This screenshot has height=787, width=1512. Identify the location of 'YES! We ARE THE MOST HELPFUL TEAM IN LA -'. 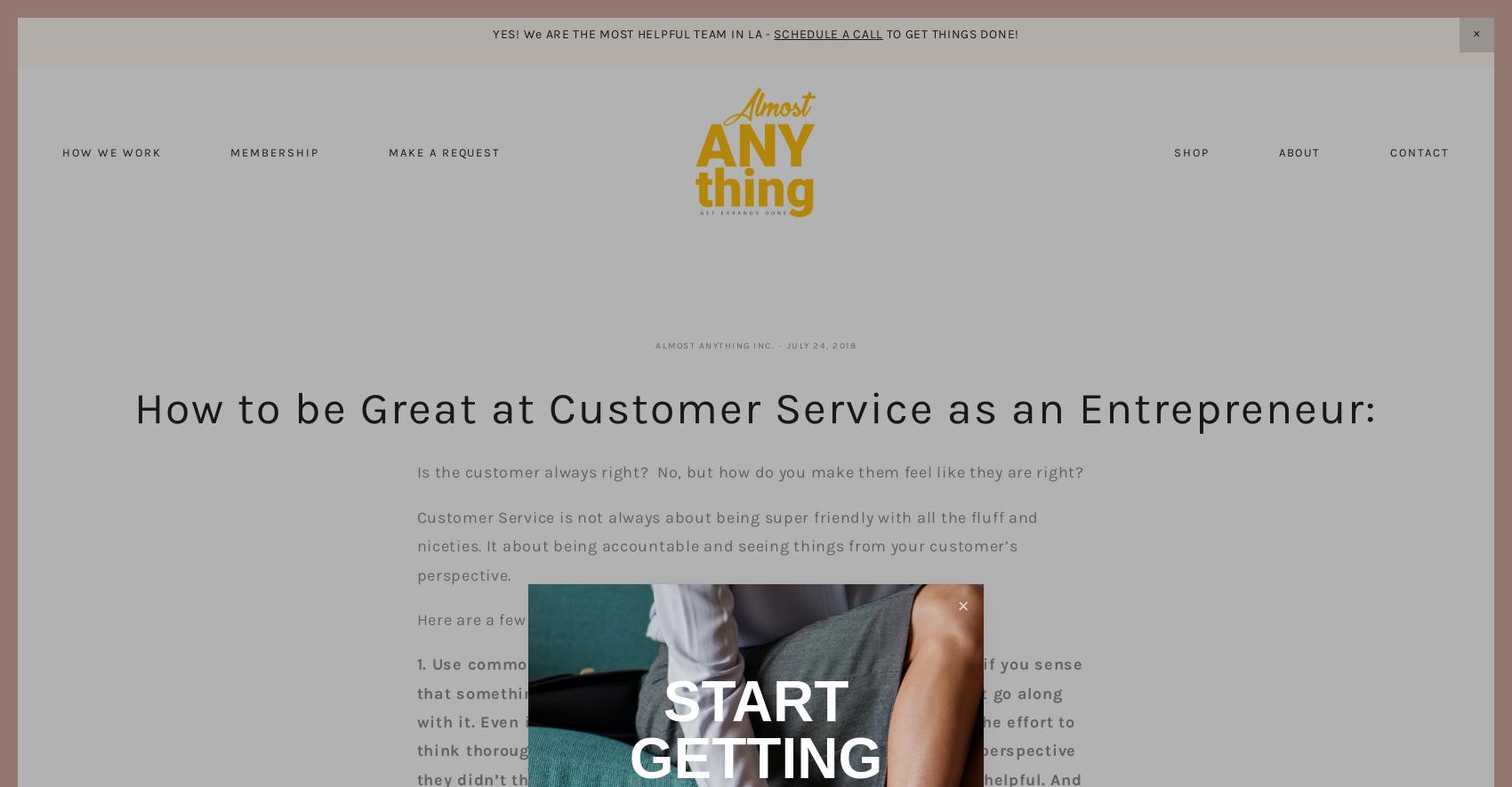
(632, 34).